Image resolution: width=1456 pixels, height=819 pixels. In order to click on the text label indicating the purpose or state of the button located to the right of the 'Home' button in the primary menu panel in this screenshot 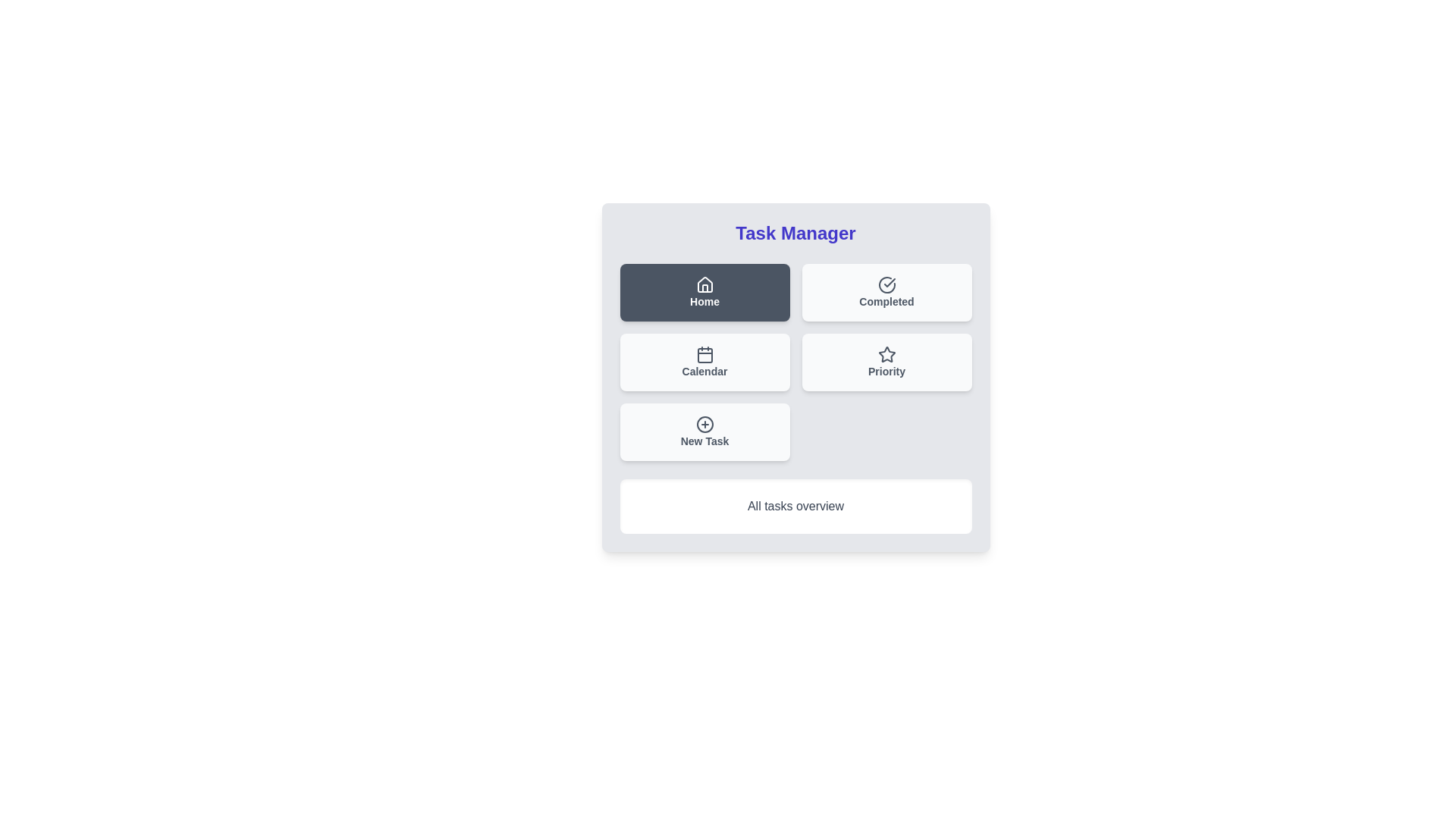, I will do `click(886, 301)`.